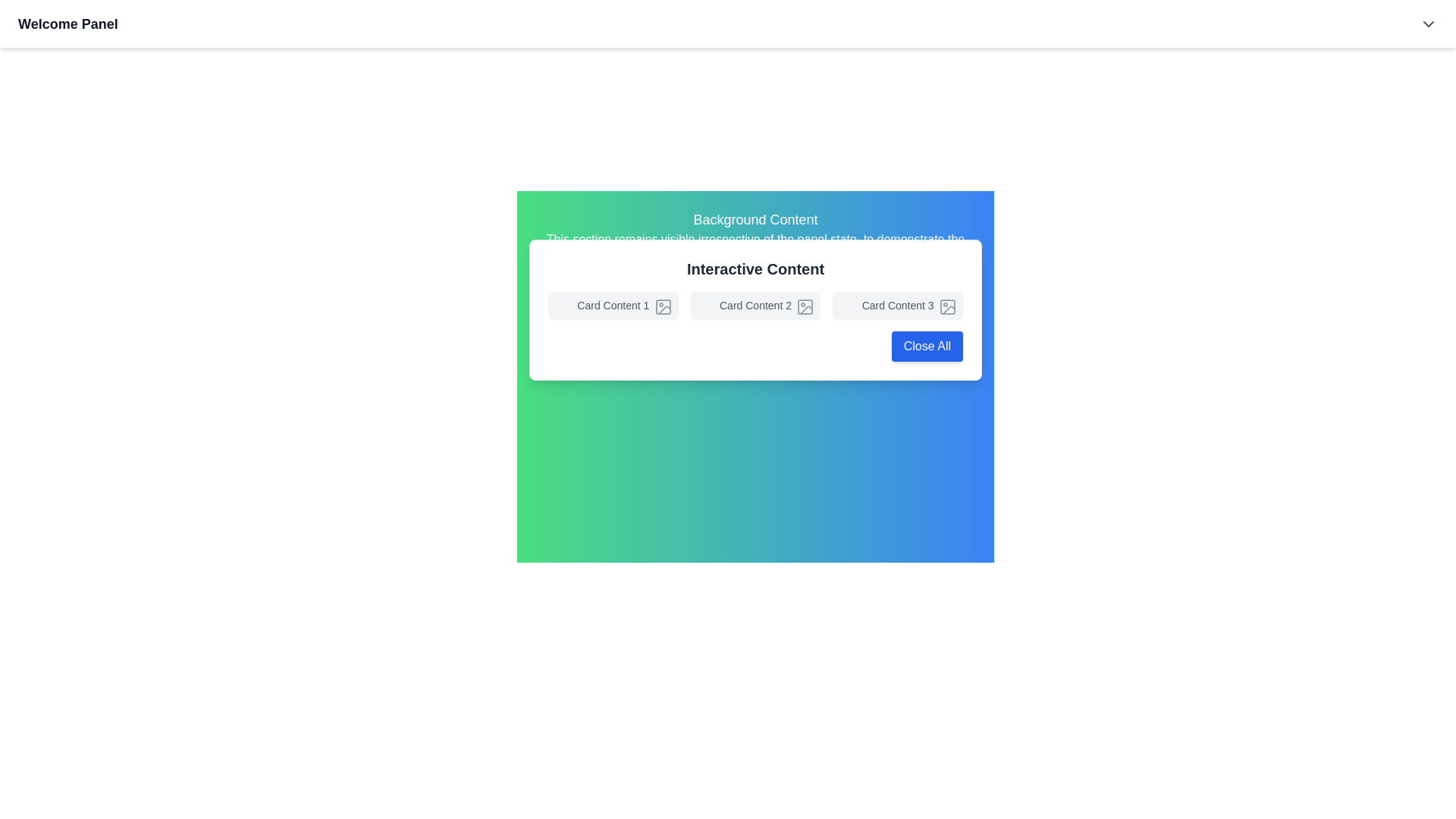  Describe the element at coordinates (755, 268) in the screenshot. I see `the header or title text that labels the content below, positioned at the top of a white box with rounded corners and shadow styling` at that location.